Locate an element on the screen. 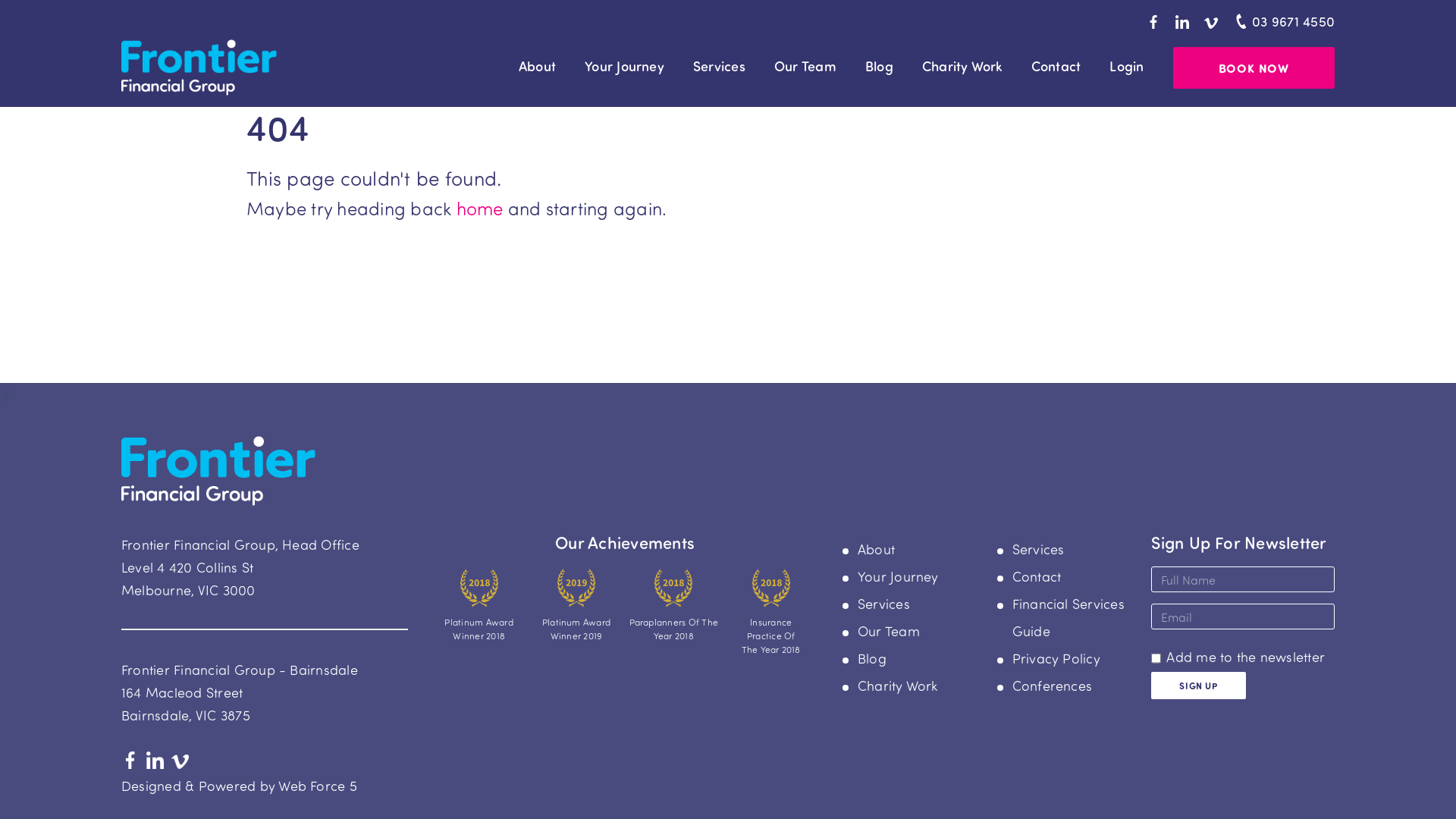 This screenshot has height=819, width=1456. 'Blog' is located at coordinates (872, 657).